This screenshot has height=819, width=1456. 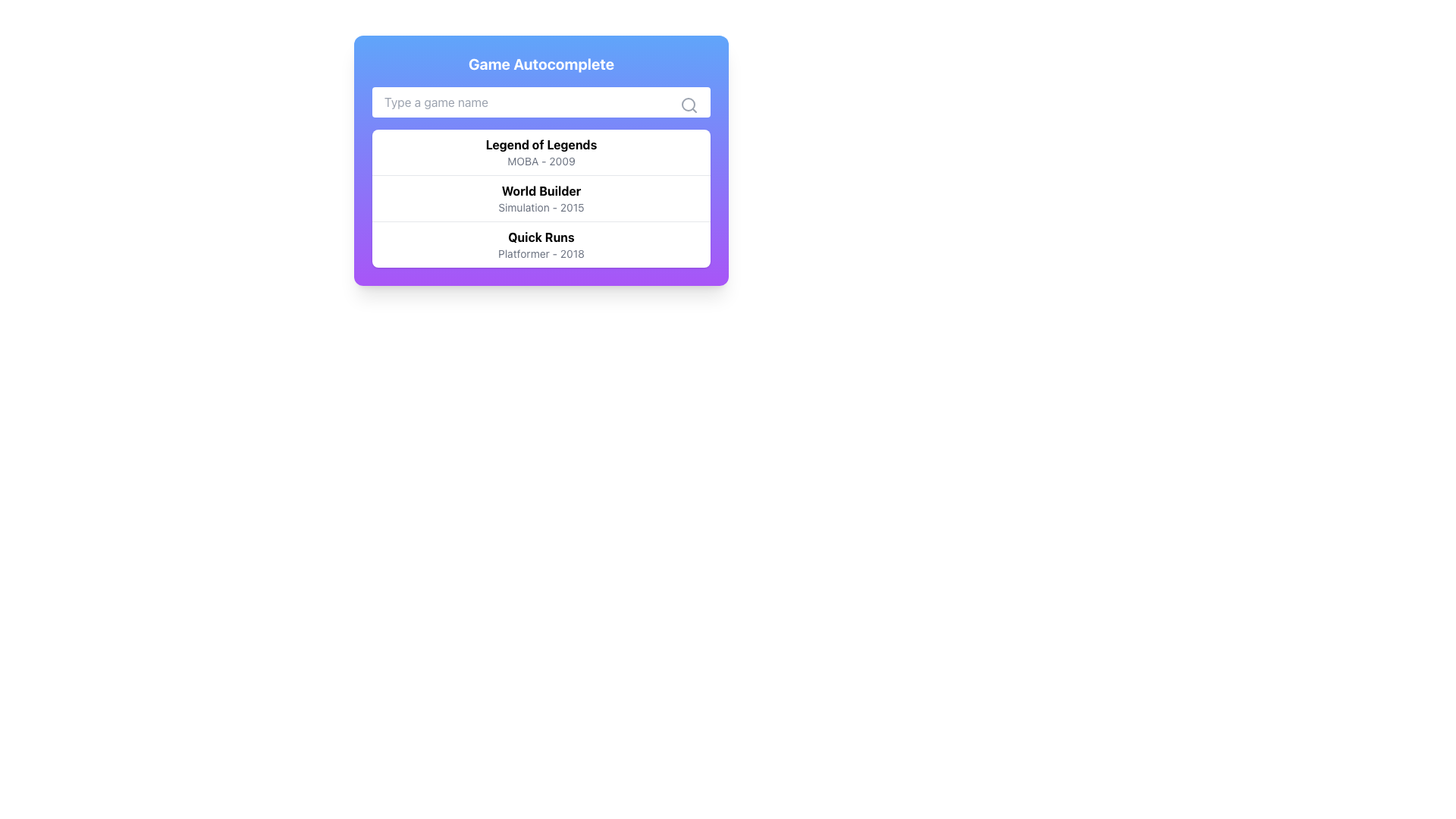 What do you see at coordinates (541, 190) in the screenshot?
I see `the text label displaying 'World Builder' in bold black font, located centrally within the game search interface` at bounding box center [541, 190].